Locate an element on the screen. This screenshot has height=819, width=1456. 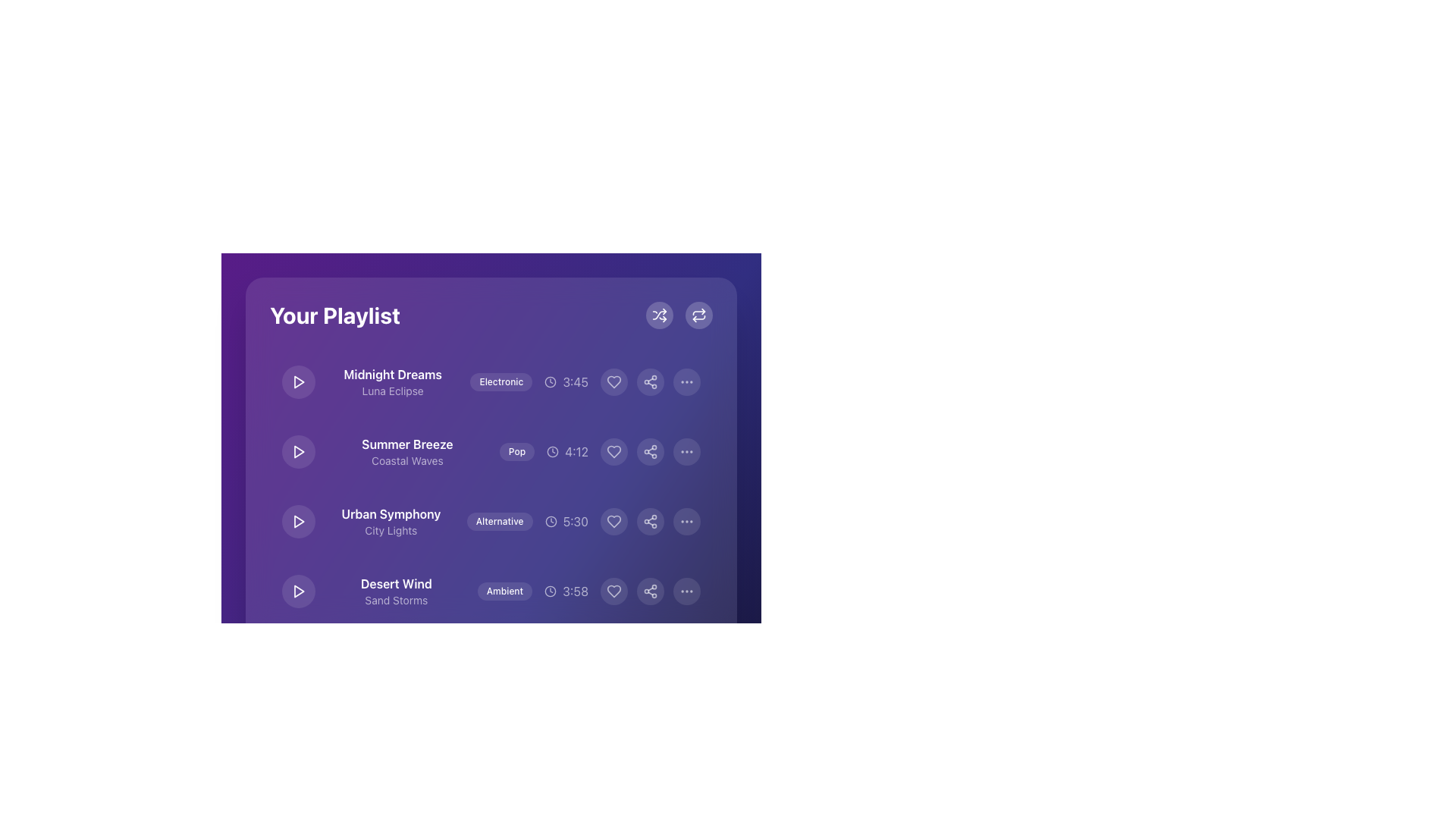
the heart-shaped icon representing a favorite or like function in the 'Urban Symphony' playlist row is located at coordinates (614, 520).